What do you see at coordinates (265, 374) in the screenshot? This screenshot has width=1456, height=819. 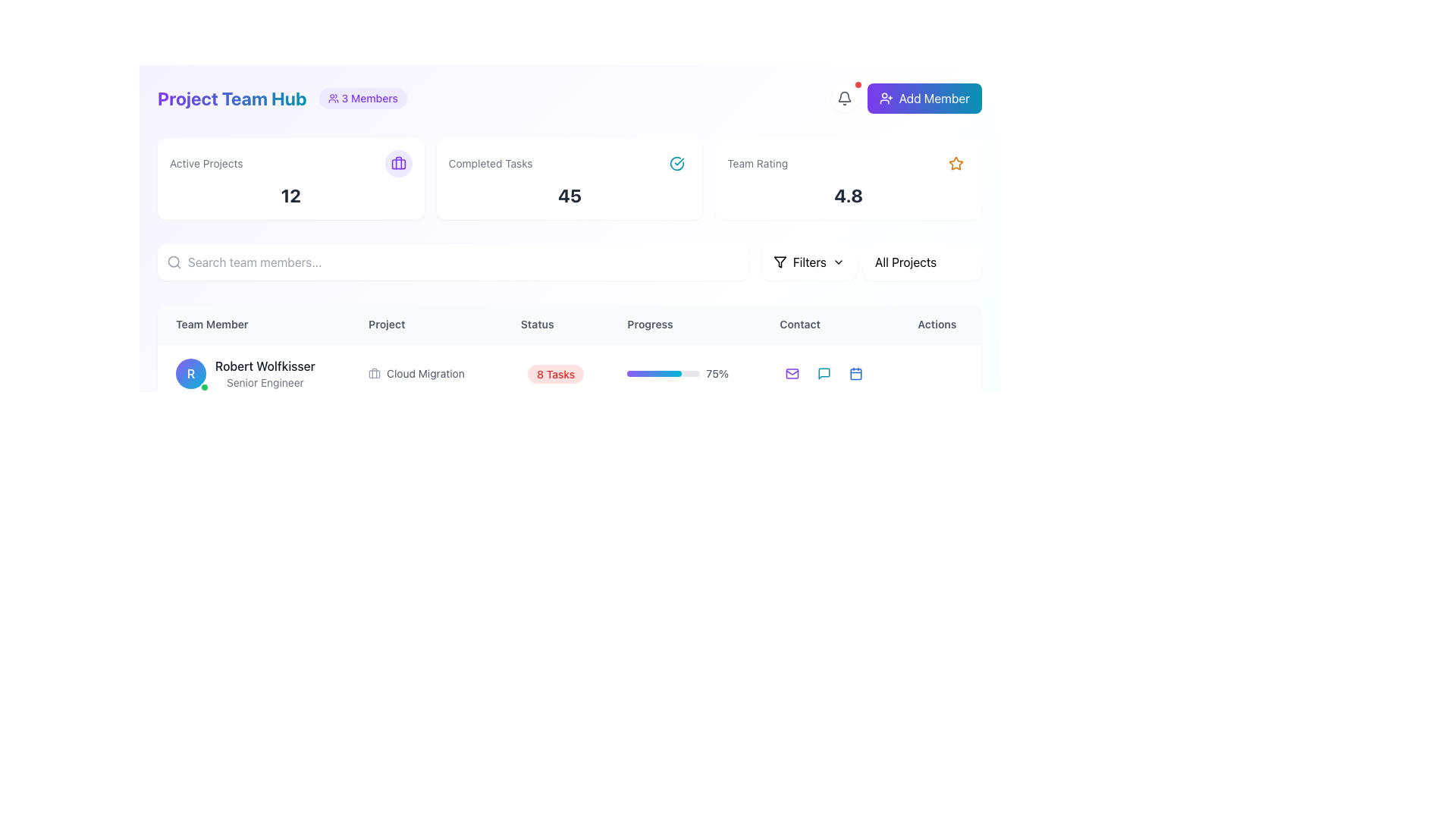 I see `the text block displaying 'Robert Wolfkisser' and 'Senior Engineer', which is center-aligned and located next to a circular avatar in the 'Team Member' column` at bounding box center [265, 374].